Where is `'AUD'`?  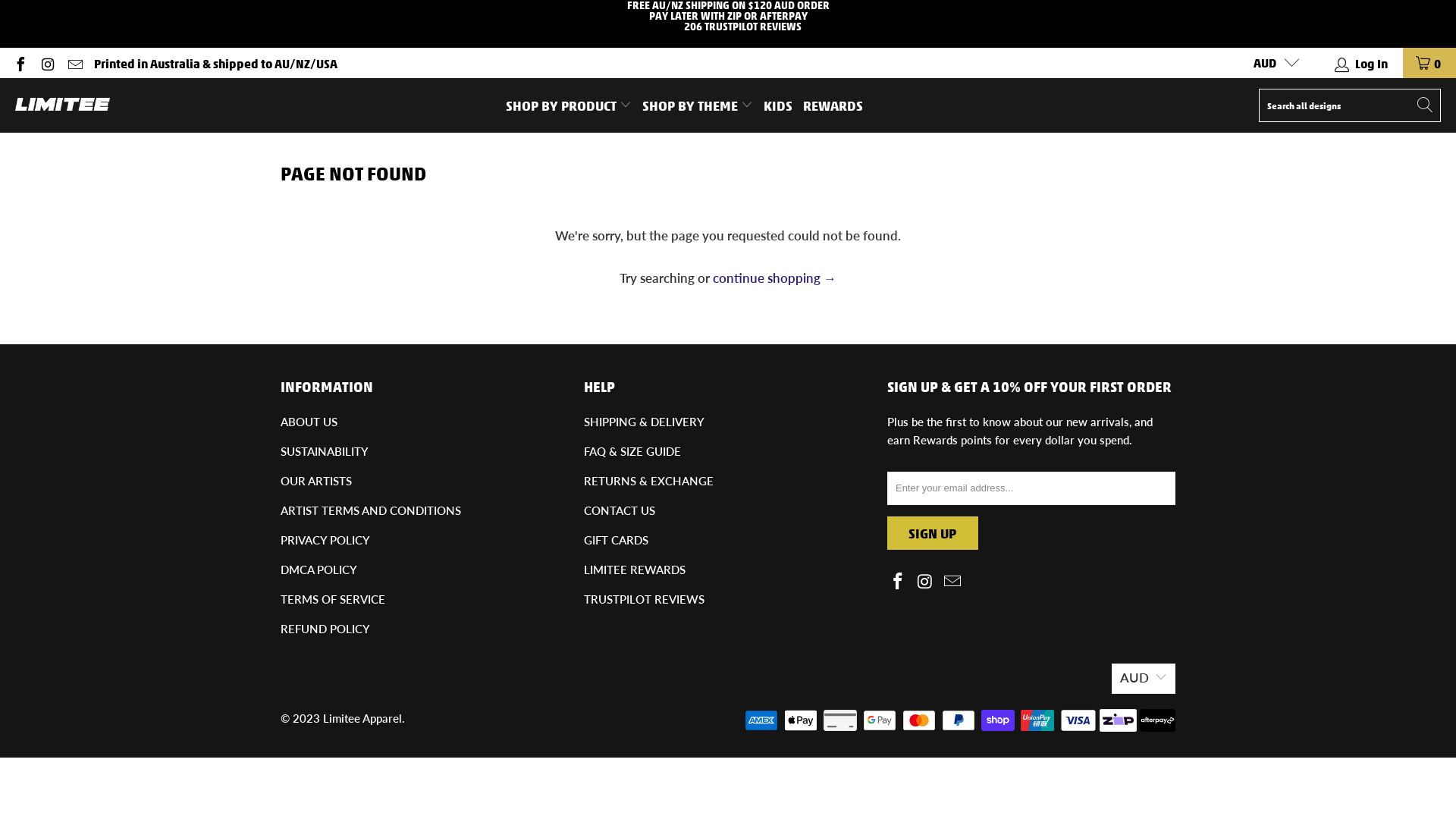
'AUD' is located at coordinates (1270, 62).